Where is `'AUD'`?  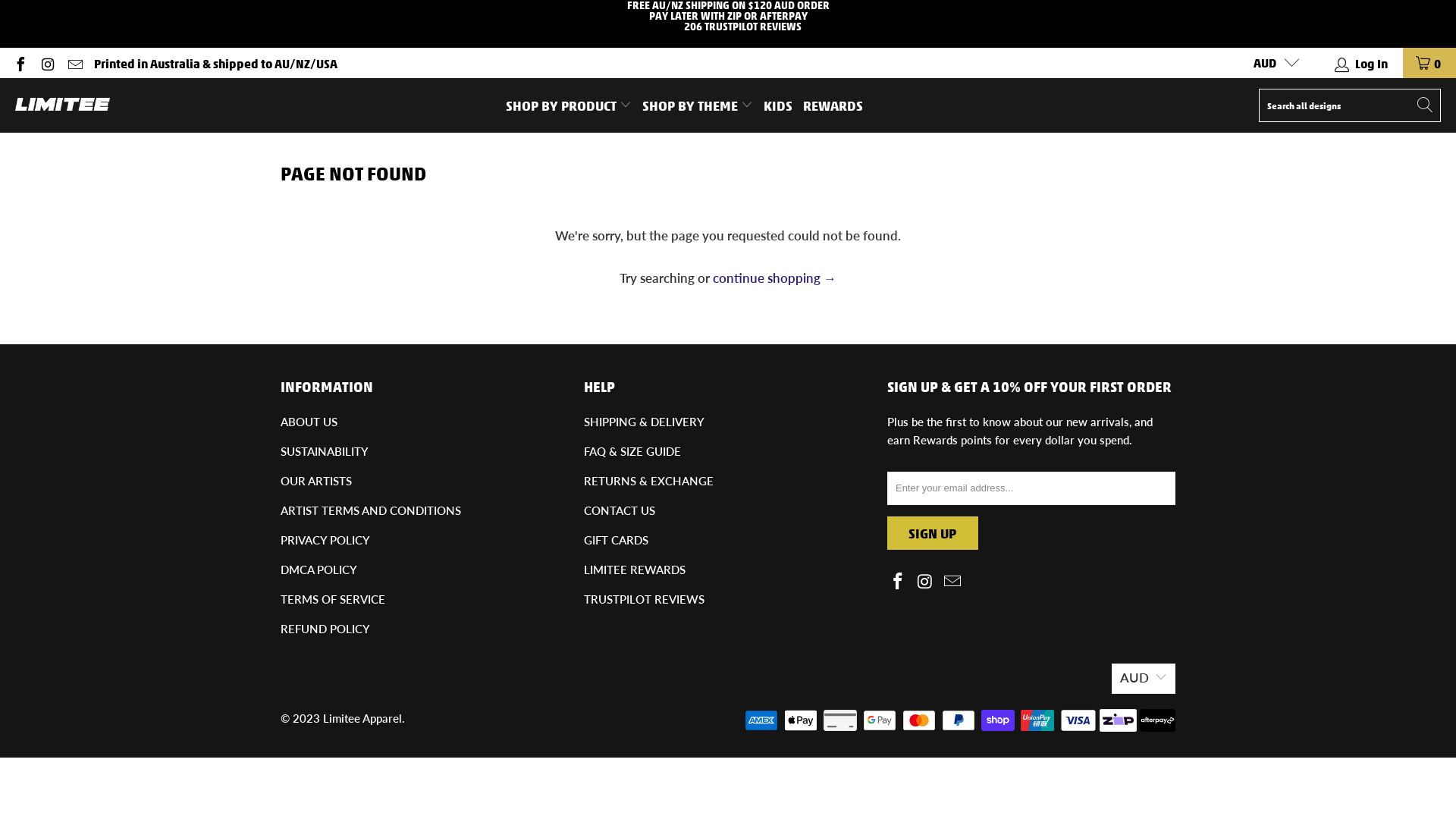
'AUD' is located at coordinates (1270, 62).